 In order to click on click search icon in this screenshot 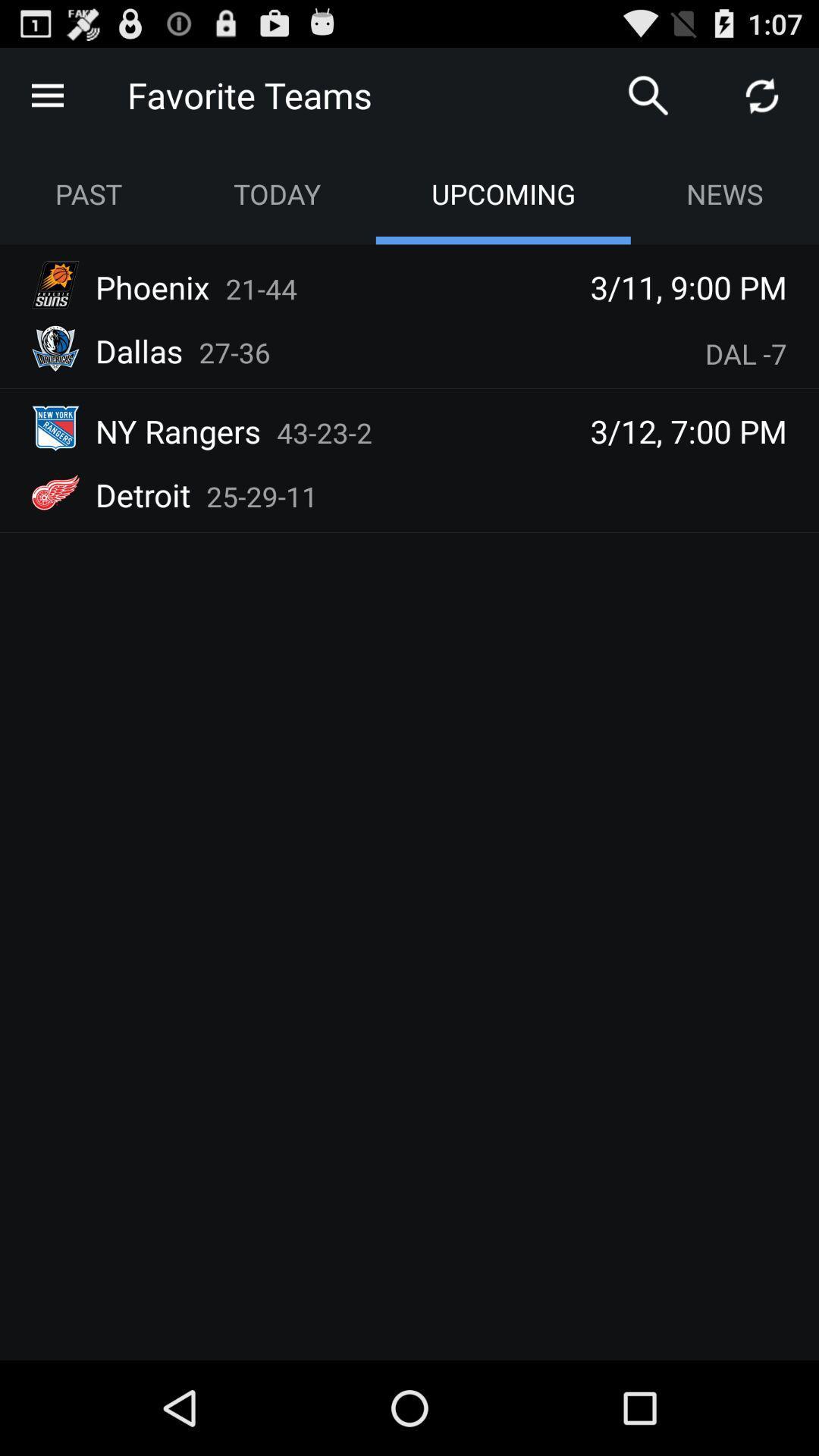, I will do `click(648, 94)`.